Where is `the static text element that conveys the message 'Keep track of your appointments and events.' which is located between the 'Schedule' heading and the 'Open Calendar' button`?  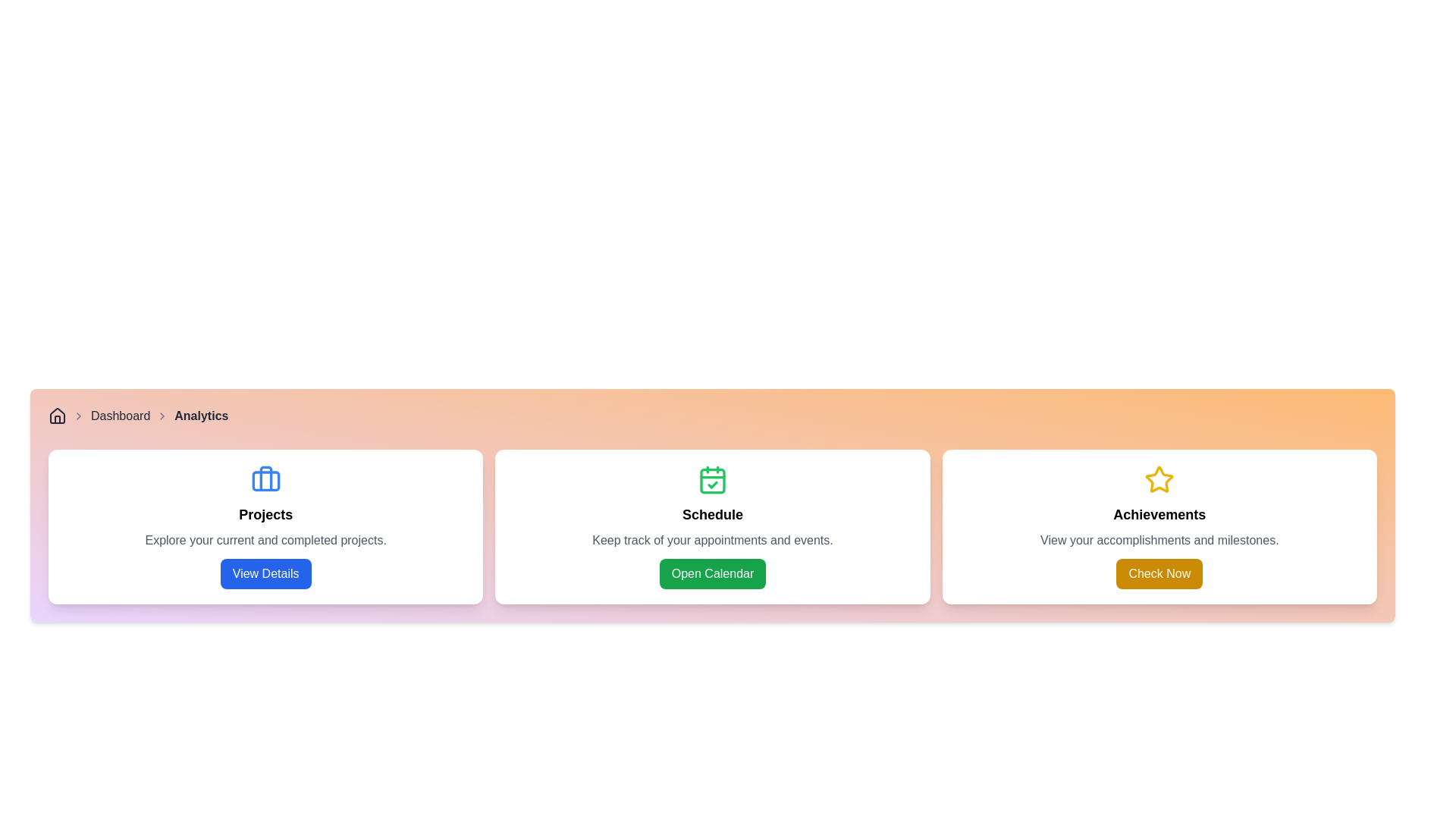
the static text element that conveys the message 'Keep track of your appointments and events.' which is located between the 'Schedule' heading and the 'Open Calendar' button is located at coordinates (712, 540).